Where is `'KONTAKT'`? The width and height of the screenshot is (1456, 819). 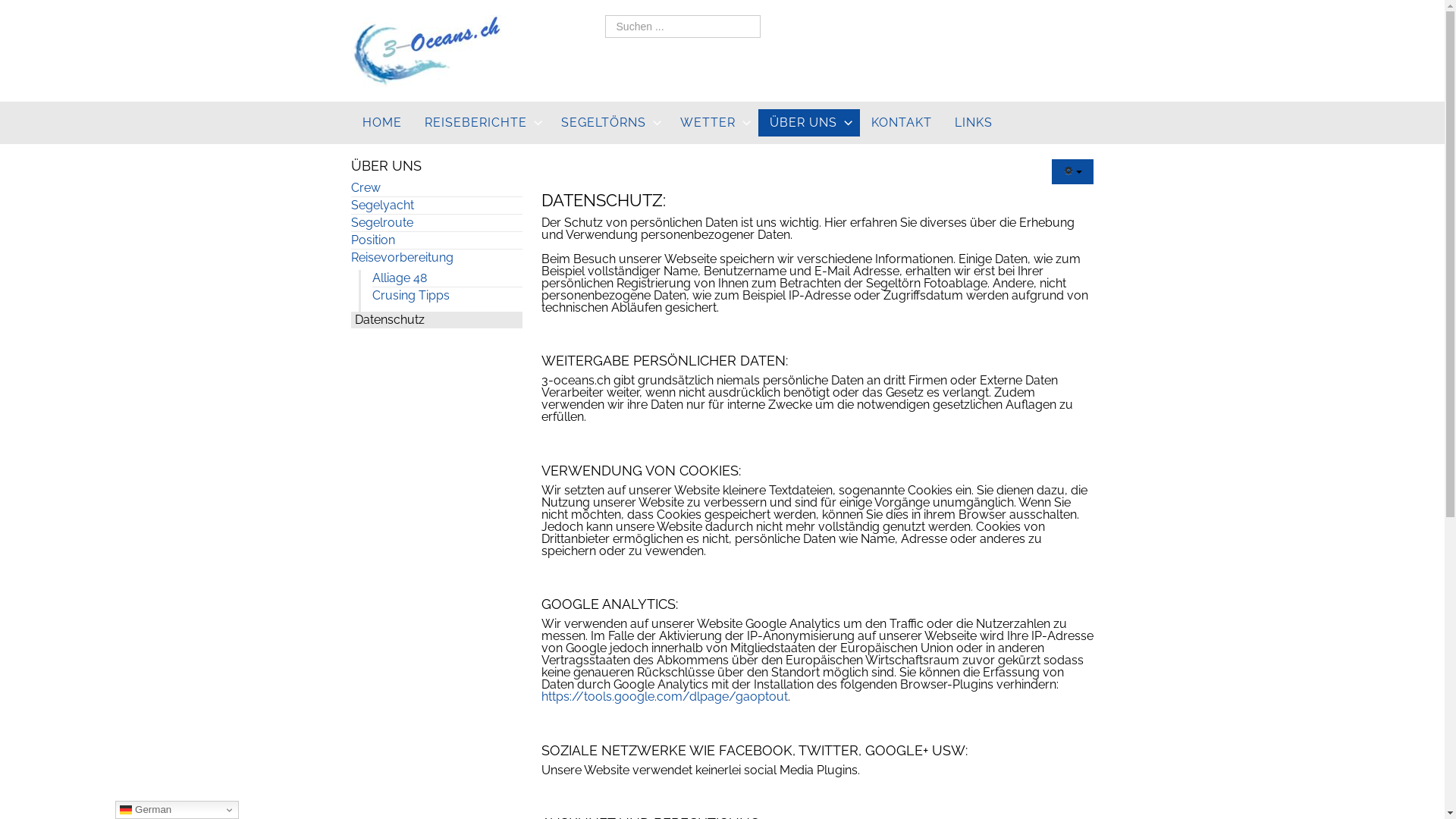 'KONTAKT' is located at coordinates (902, 122).